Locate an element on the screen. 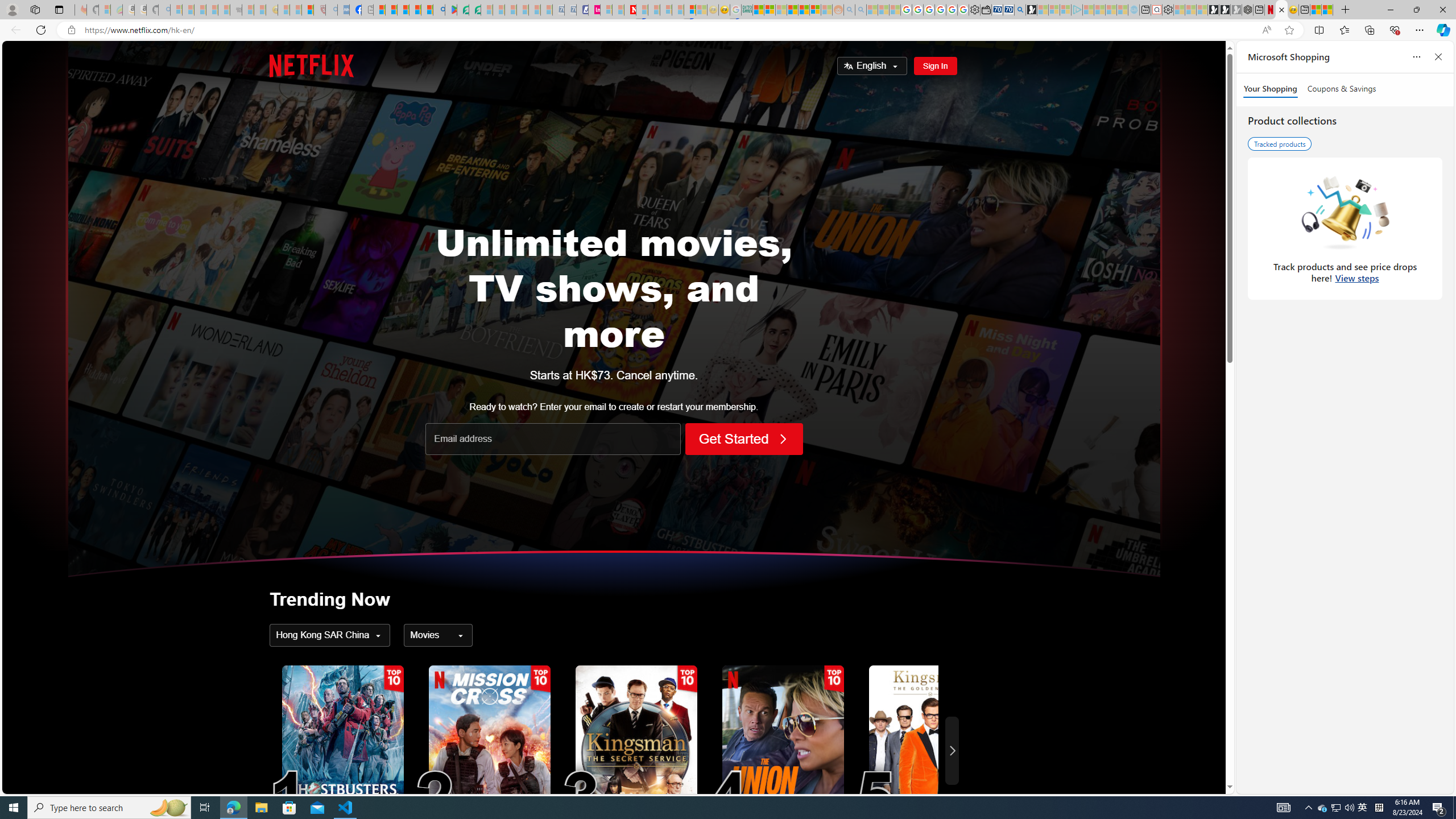 This screenshot has height=819, width=1456. 'Get Started' is located at coordinates (744, 438).